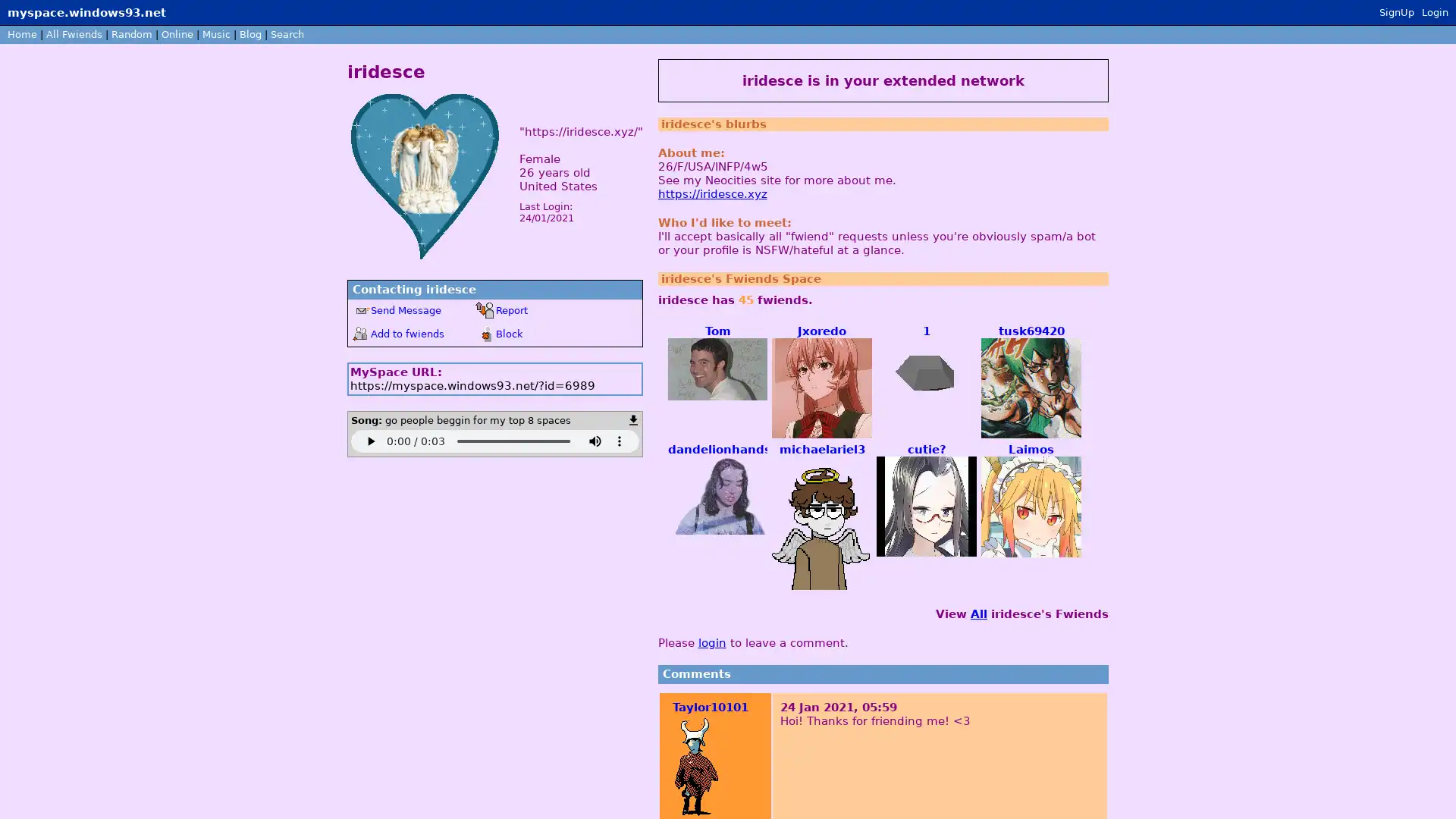  Describe the element at coordinates (593, 441) in the screenshot. I see `mute` at that location.